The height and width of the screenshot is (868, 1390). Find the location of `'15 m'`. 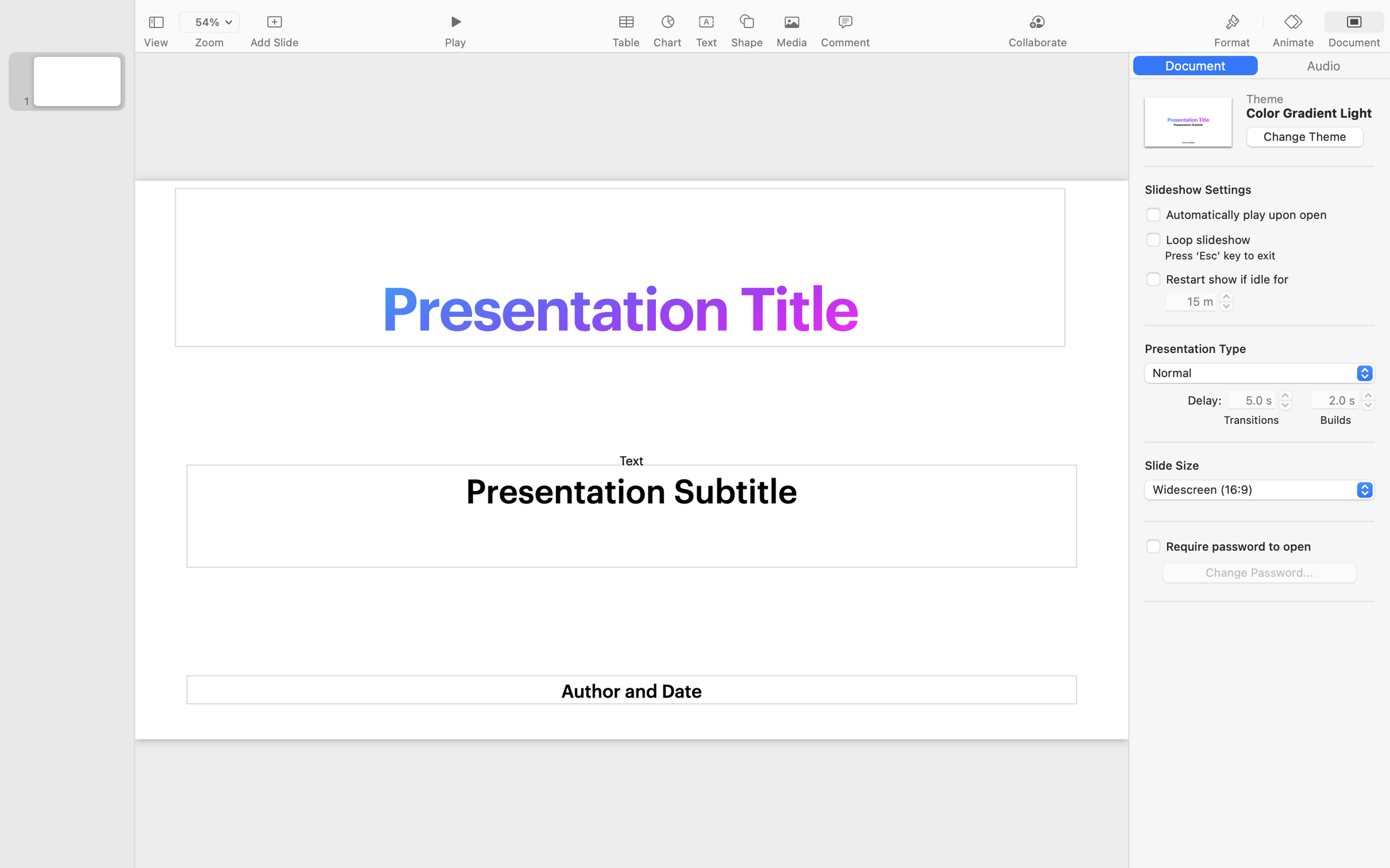

'15 m' is located at coordinates (1191, 300).